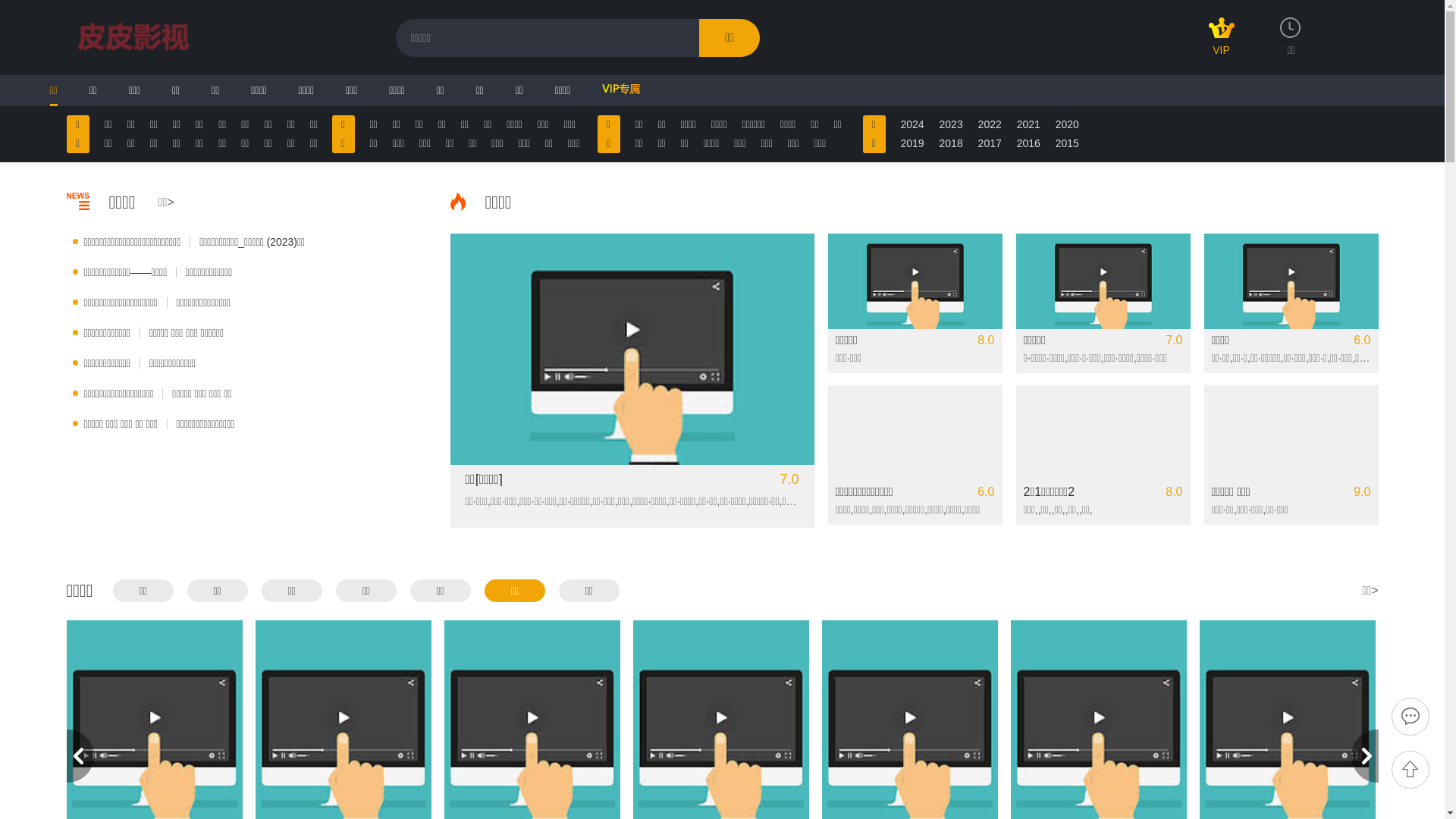 The width and height of the screenshot is (1456, 819). What do you see at coordinates (1028, 143) in the screenshot?
I see `'2016'` at bounding box center [1028, 143].